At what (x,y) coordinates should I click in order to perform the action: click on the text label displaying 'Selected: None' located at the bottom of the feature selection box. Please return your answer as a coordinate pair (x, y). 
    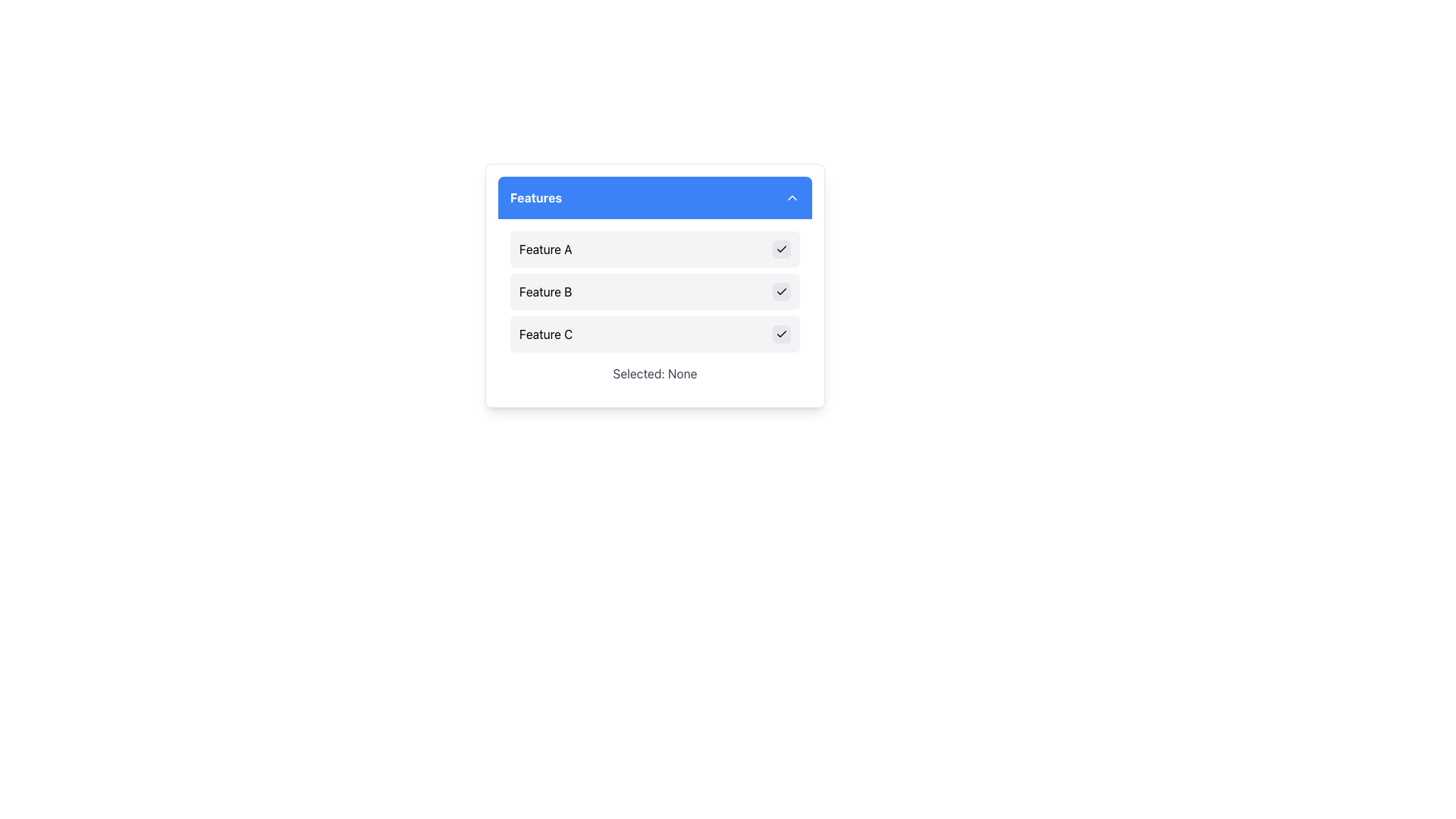
    Looking at the image, I should click on (655, 374).